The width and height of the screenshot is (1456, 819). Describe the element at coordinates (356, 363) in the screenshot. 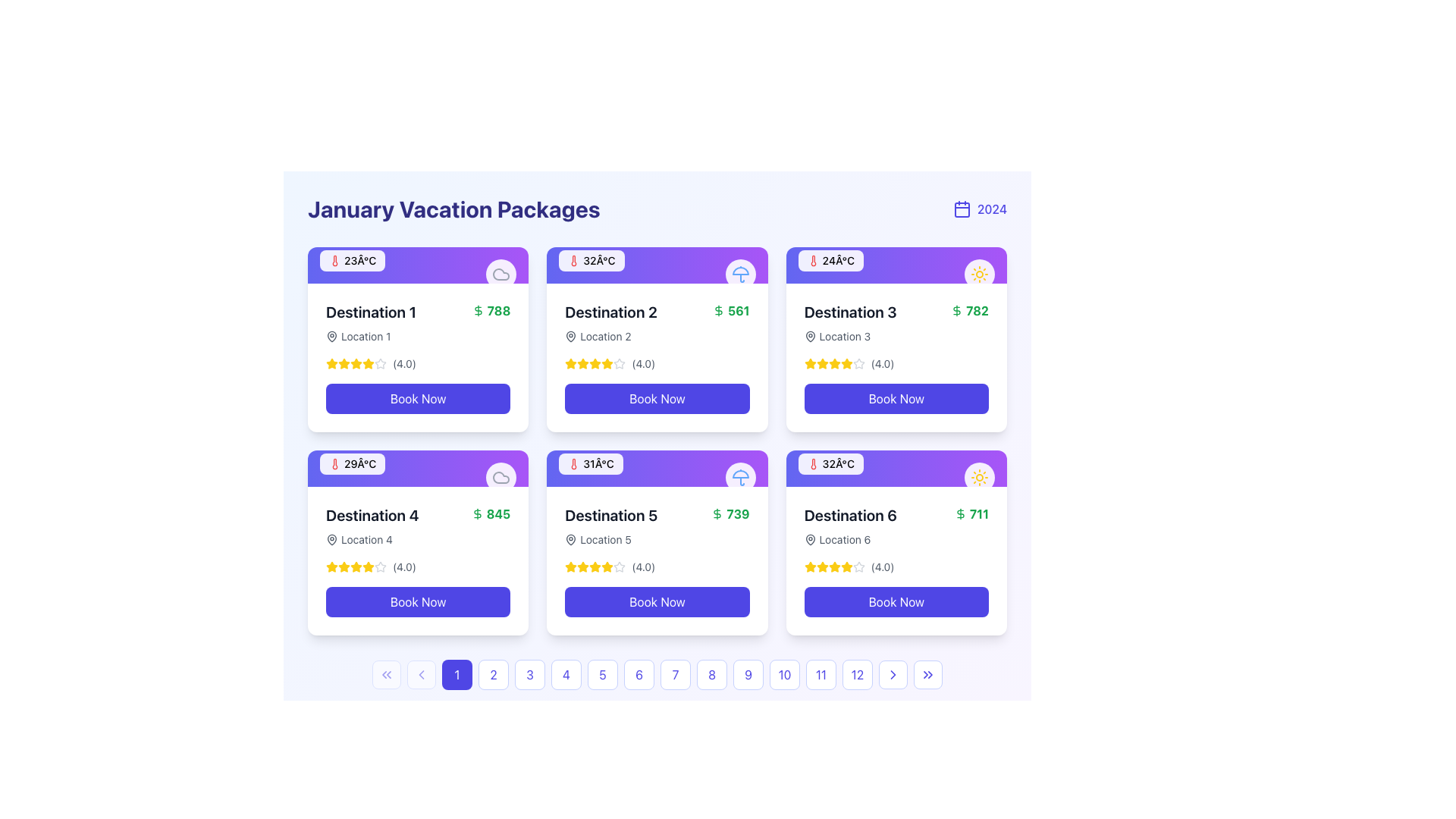

I see `the third yellow star in the ratings group located in the second card of the first row of vacation package cards` at that location.